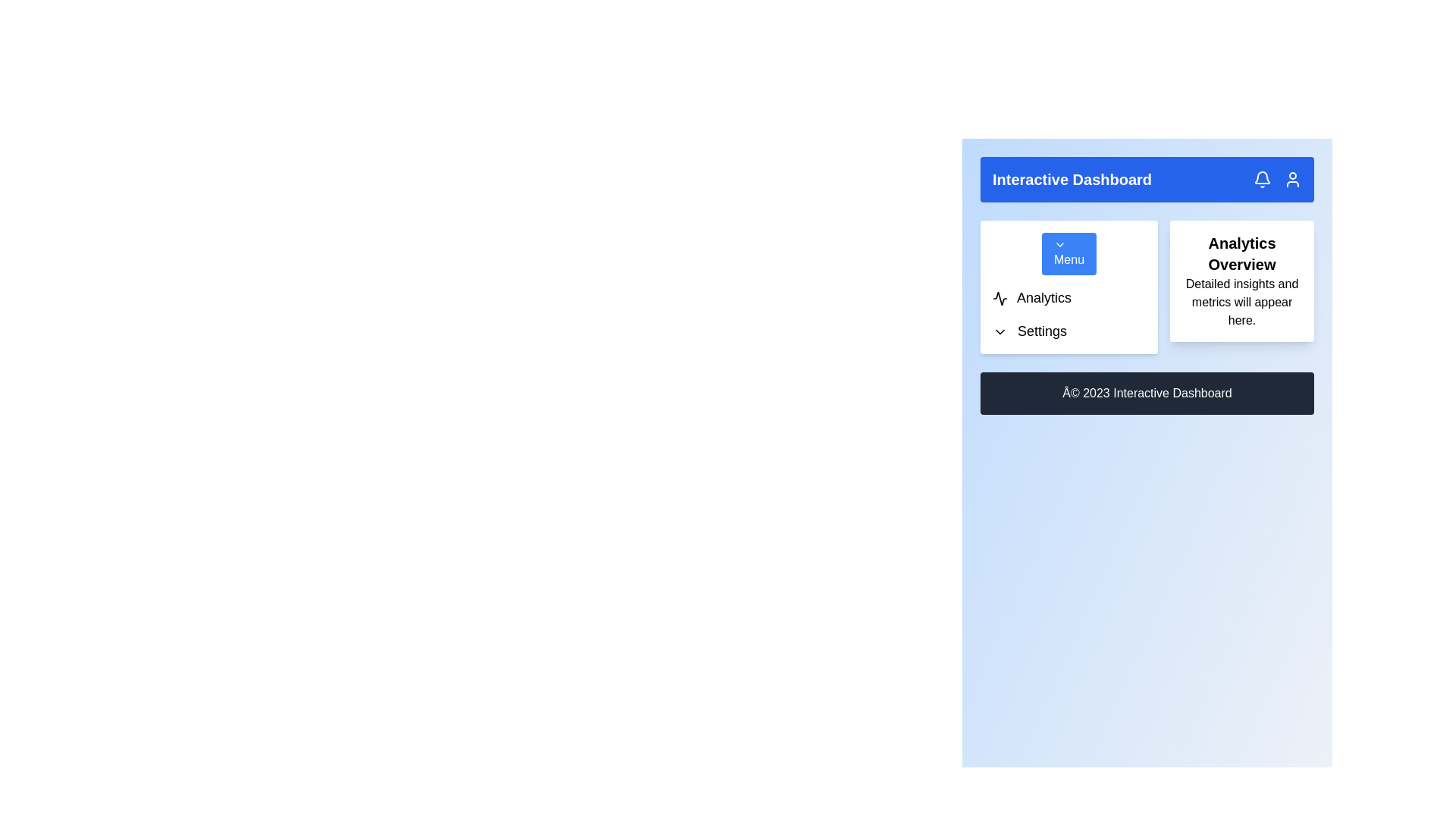  Describe the element at coordinates (1068, 298) in the screenshot. I see `the navigation link for 'Analytics', which is positioned above 'Settings' and below the 'Menu' dropdown, to potentially reveal a tooltip or visual feedback` at that location.